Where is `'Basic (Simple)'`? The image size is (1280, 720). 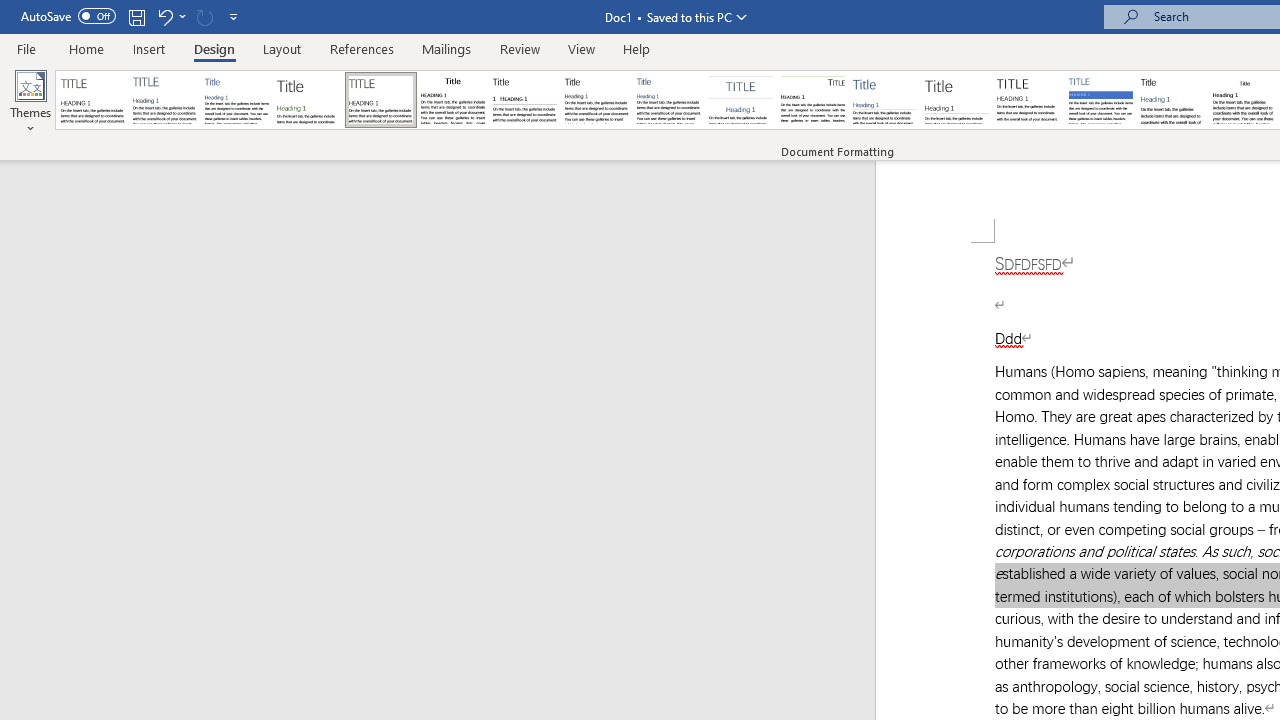
'Basic (Simple)' is located at coordinates (236, 100).